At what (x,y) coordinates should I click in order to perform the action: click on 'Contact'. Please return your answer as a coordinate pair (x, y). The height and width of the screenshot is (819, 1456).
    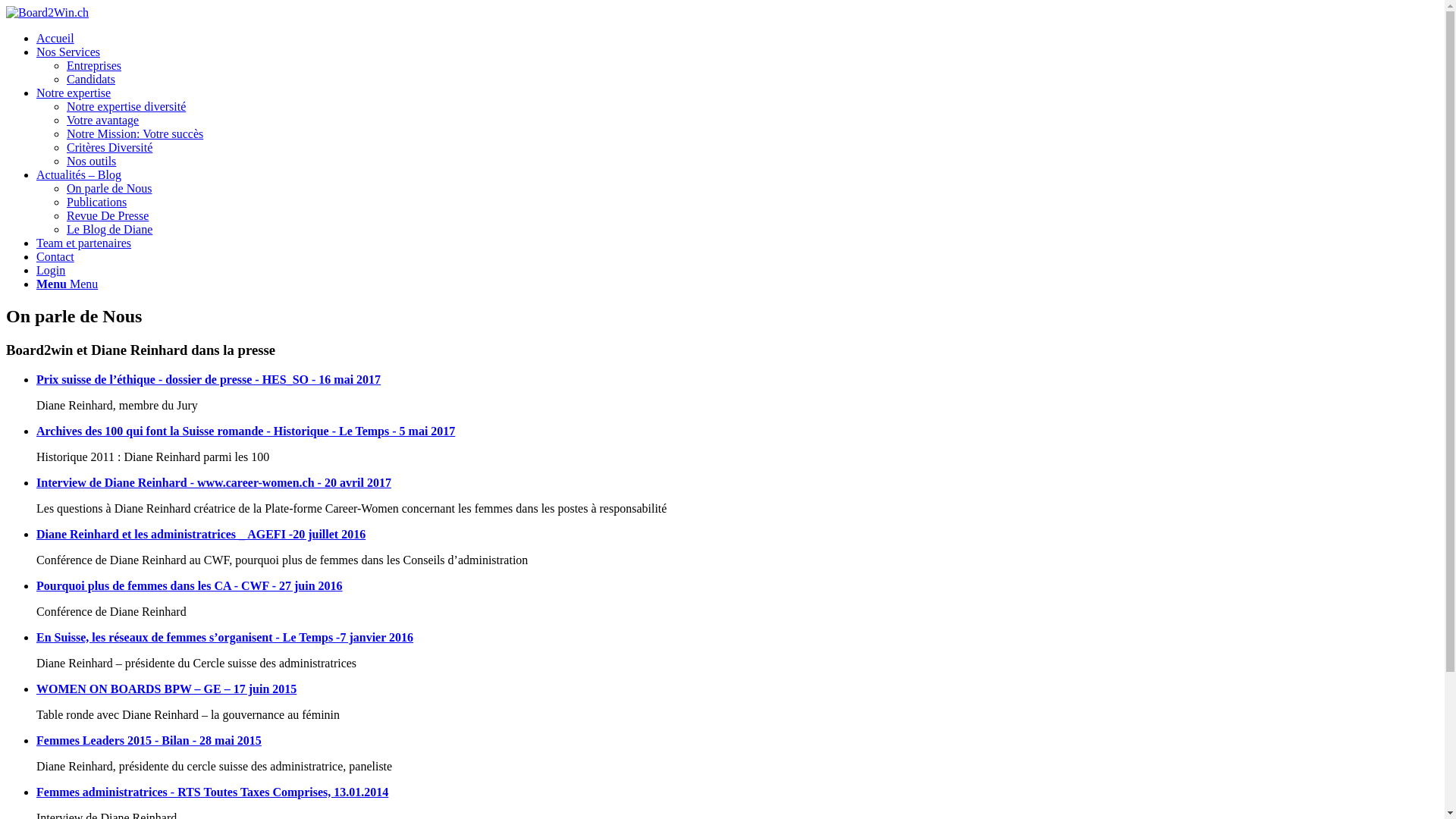
    Looking at the image, I should click on (55, 256).